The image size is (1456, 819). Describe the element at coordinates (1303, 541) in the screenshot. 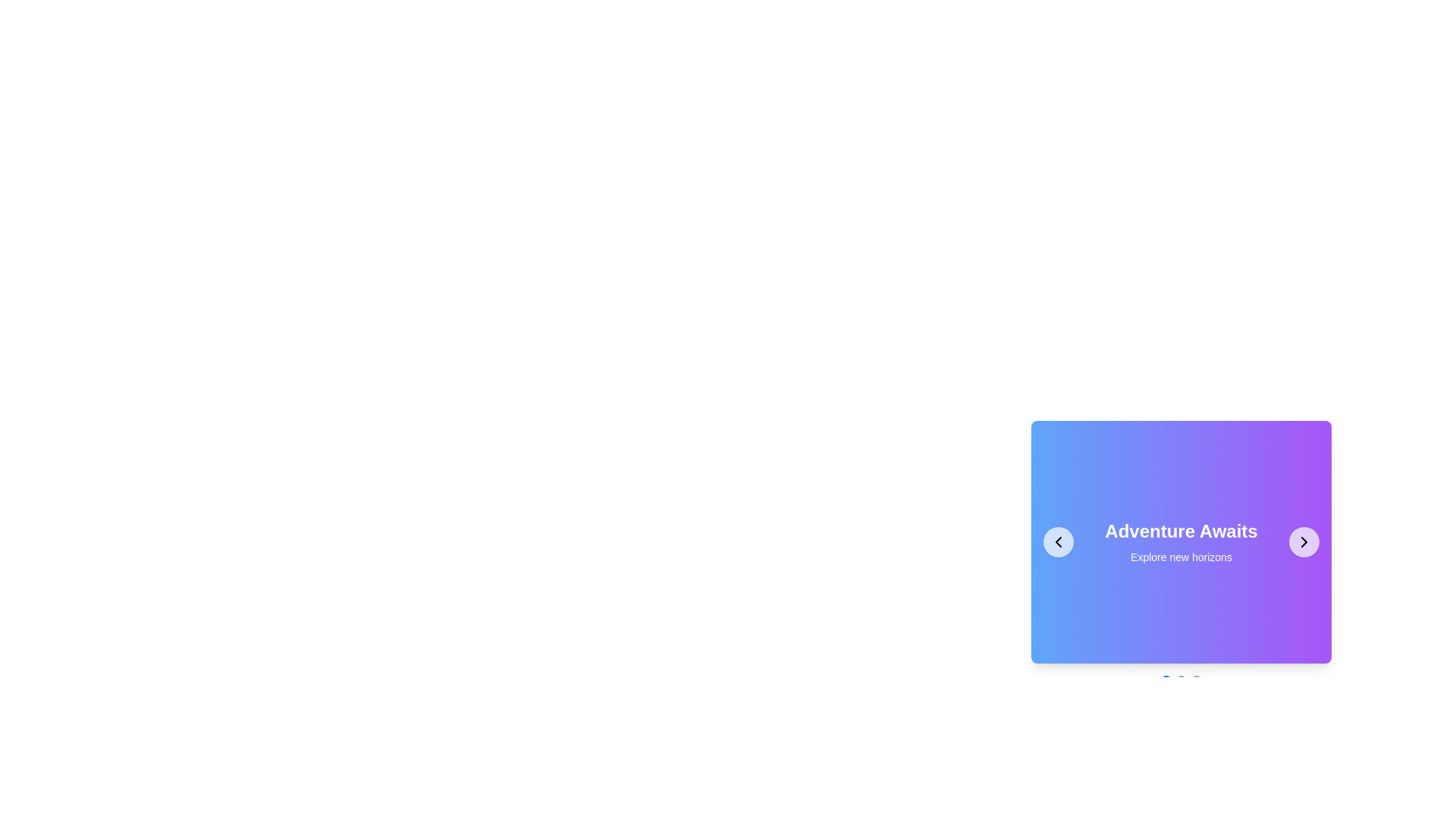

I see `the SVG chevron-right icon located in the bottom-right corner of the card` at that location.